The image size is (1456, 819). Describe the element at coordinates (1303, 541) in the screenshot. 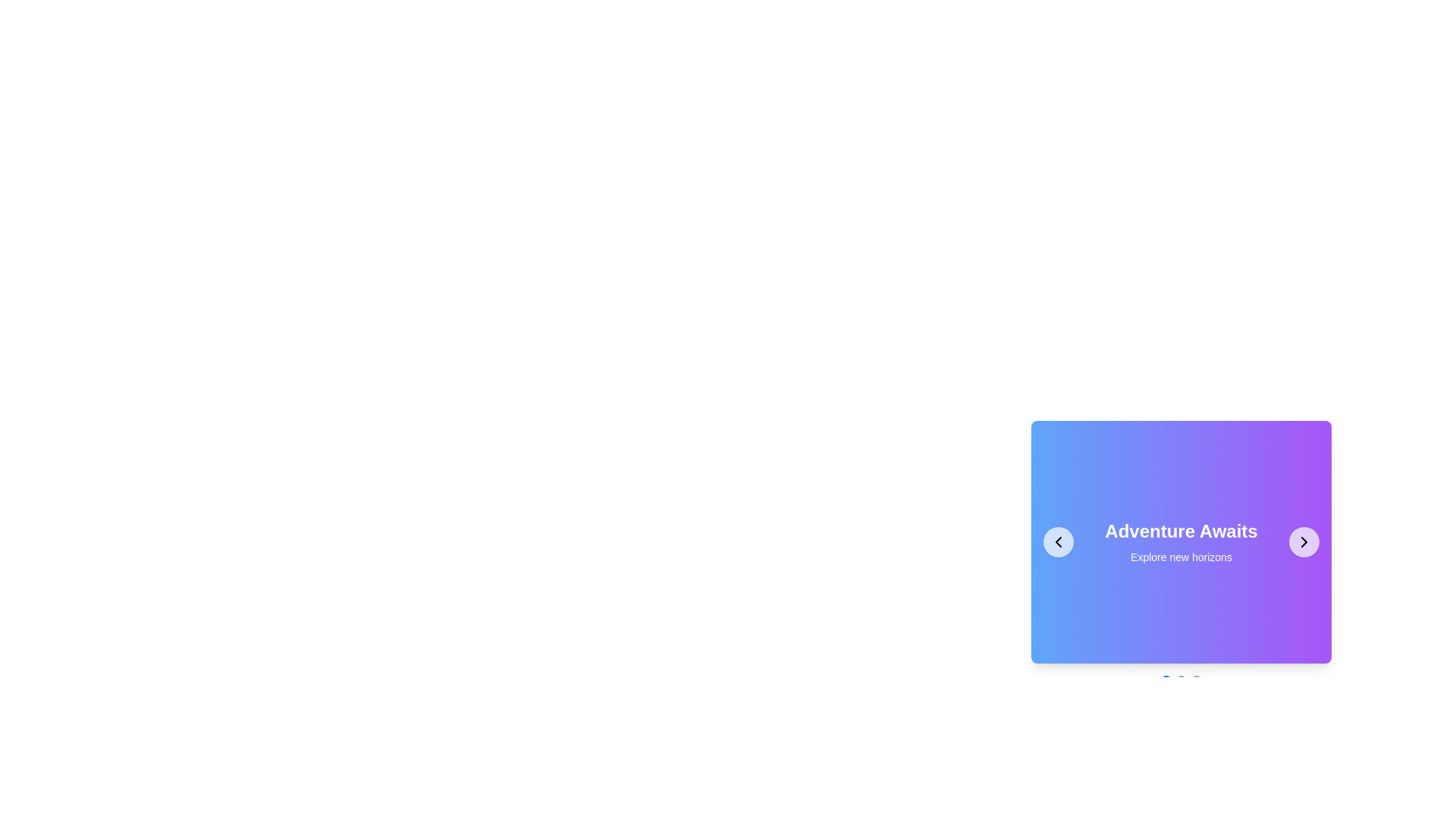

I see `the SVG chevron-right icon located in the bottom-right corner of the card` at that location.